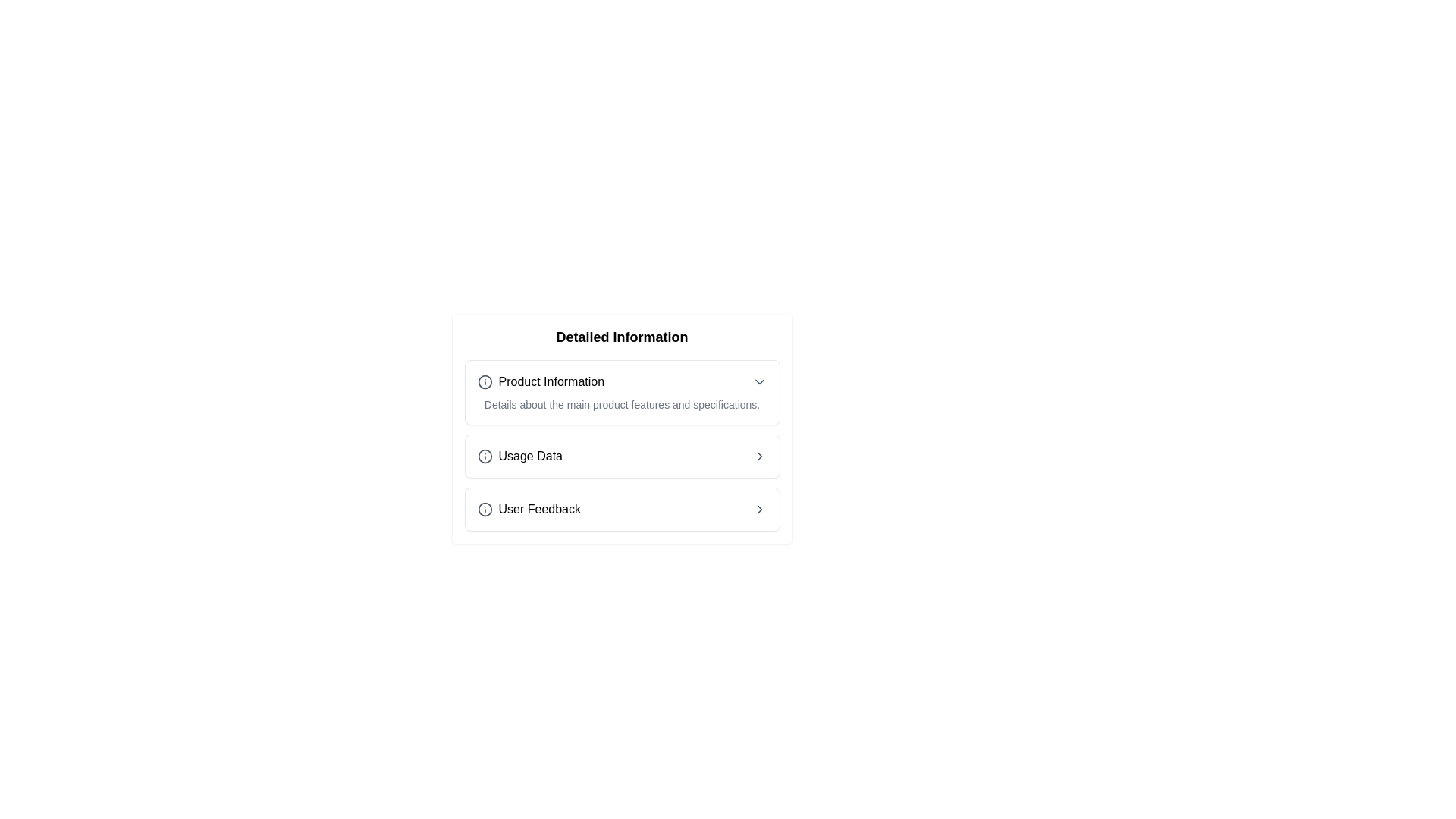 Image resolution: width=1456 pixels, height=819 pixels. What do you see at coordinates (541, 381) in the screenshot?
I see `the Label with icon in the upper section of the 'Detailed Information' panel, which is the first item and contains a 'chevron down' icon on the far right` at bounding box center [541, 381].